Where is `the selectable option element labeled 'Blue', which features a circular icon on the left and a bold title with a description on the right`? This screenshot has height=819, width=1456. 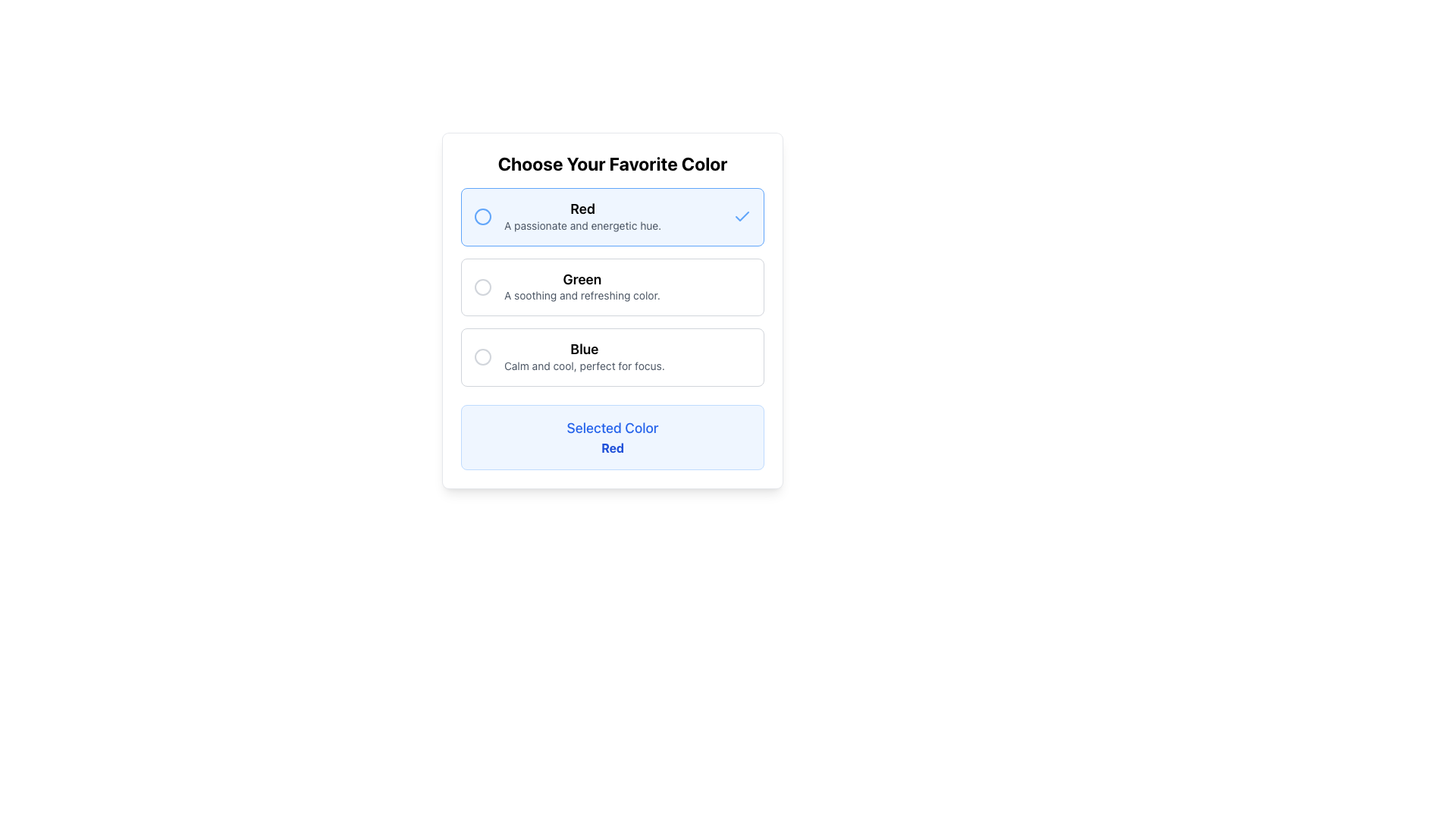 the selectable option element labeled 'Blue', which features a circular icon on the left and a bold title with a description on the right is located at coordinates (612, 356).